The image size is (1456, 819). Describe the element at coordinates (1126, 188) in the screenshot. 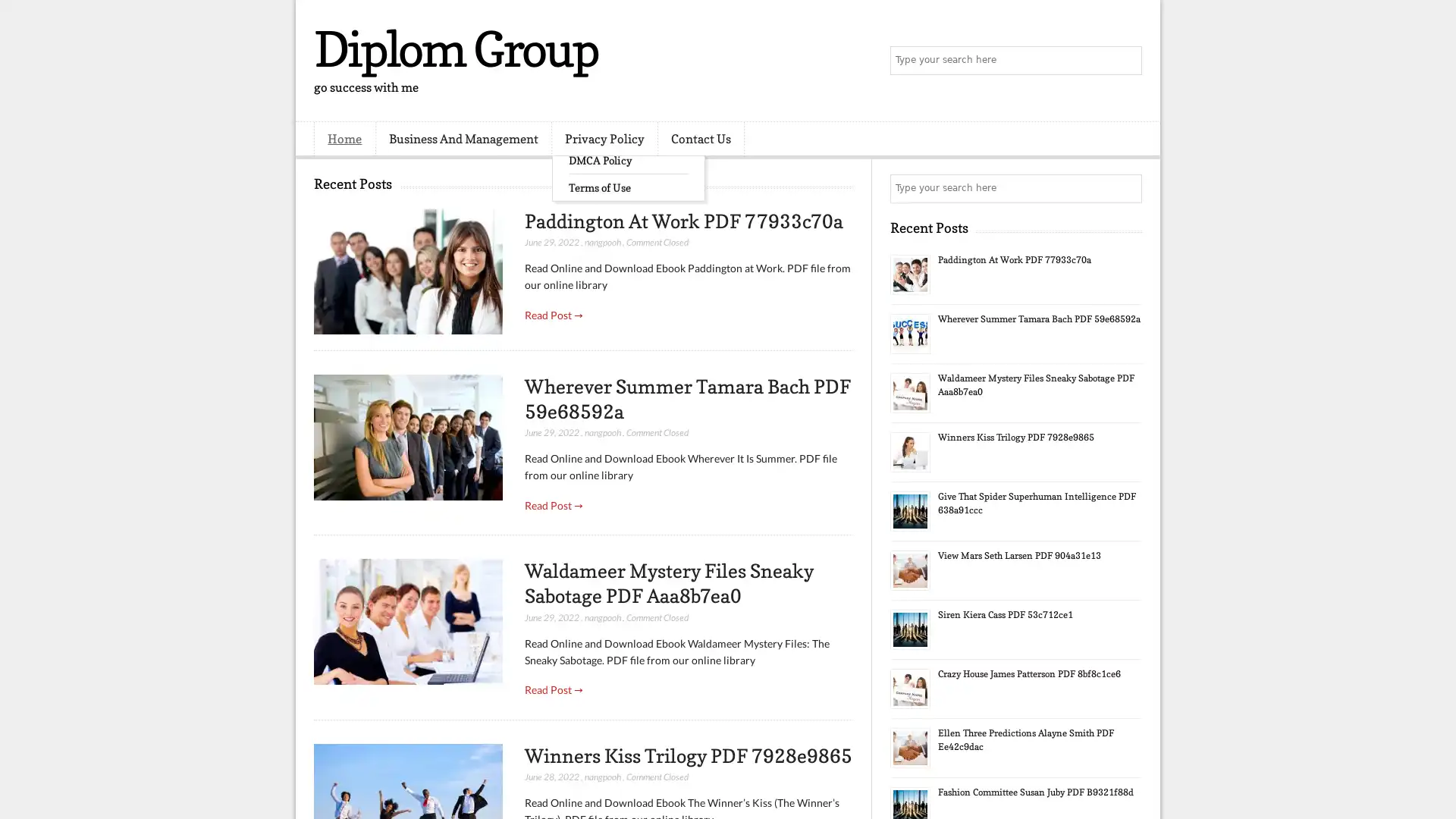

I see `Search` at that location.